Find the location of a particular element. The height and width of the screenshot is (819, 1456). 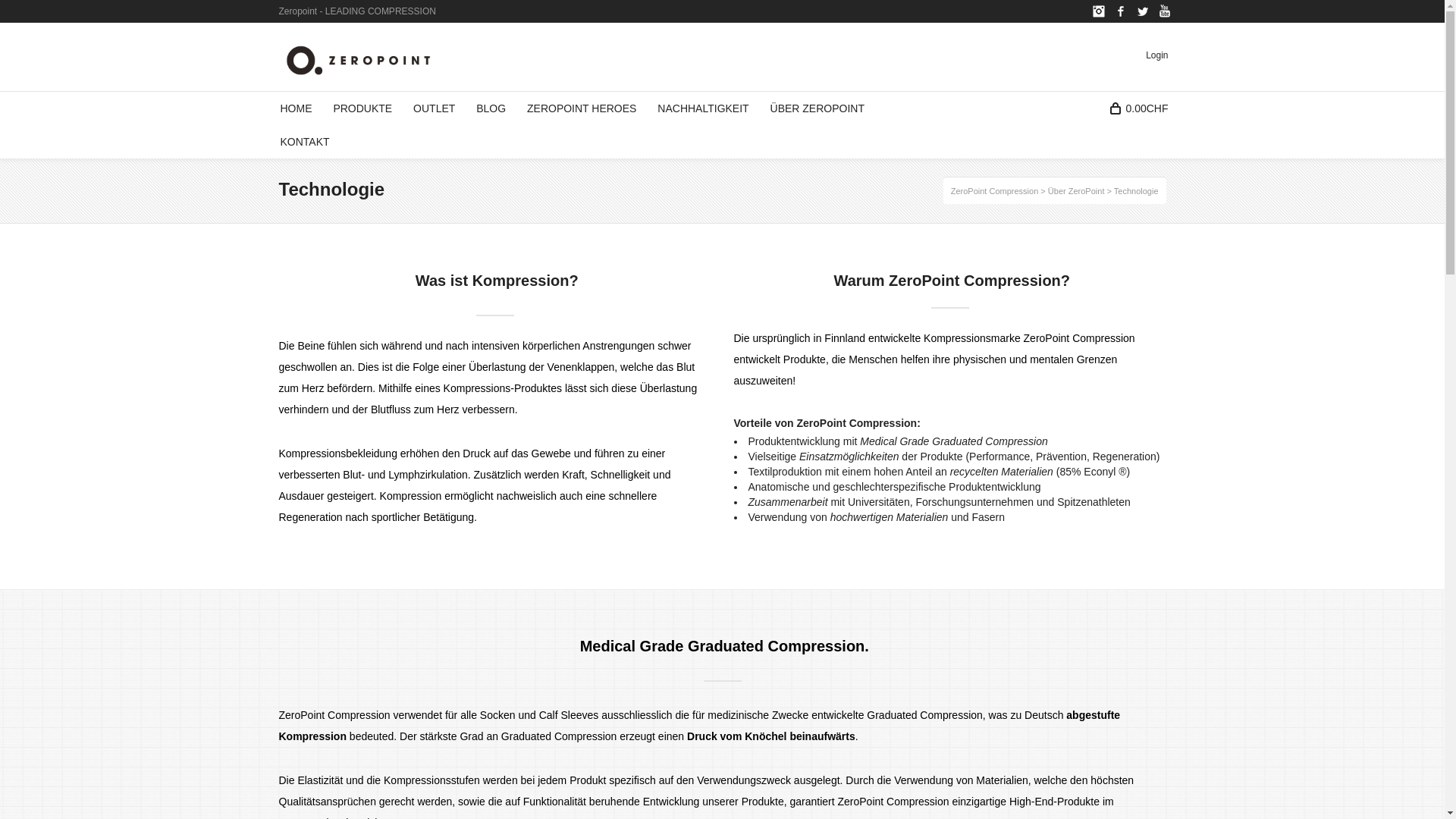

'YouTube' is located at coordinates (1164, 11).